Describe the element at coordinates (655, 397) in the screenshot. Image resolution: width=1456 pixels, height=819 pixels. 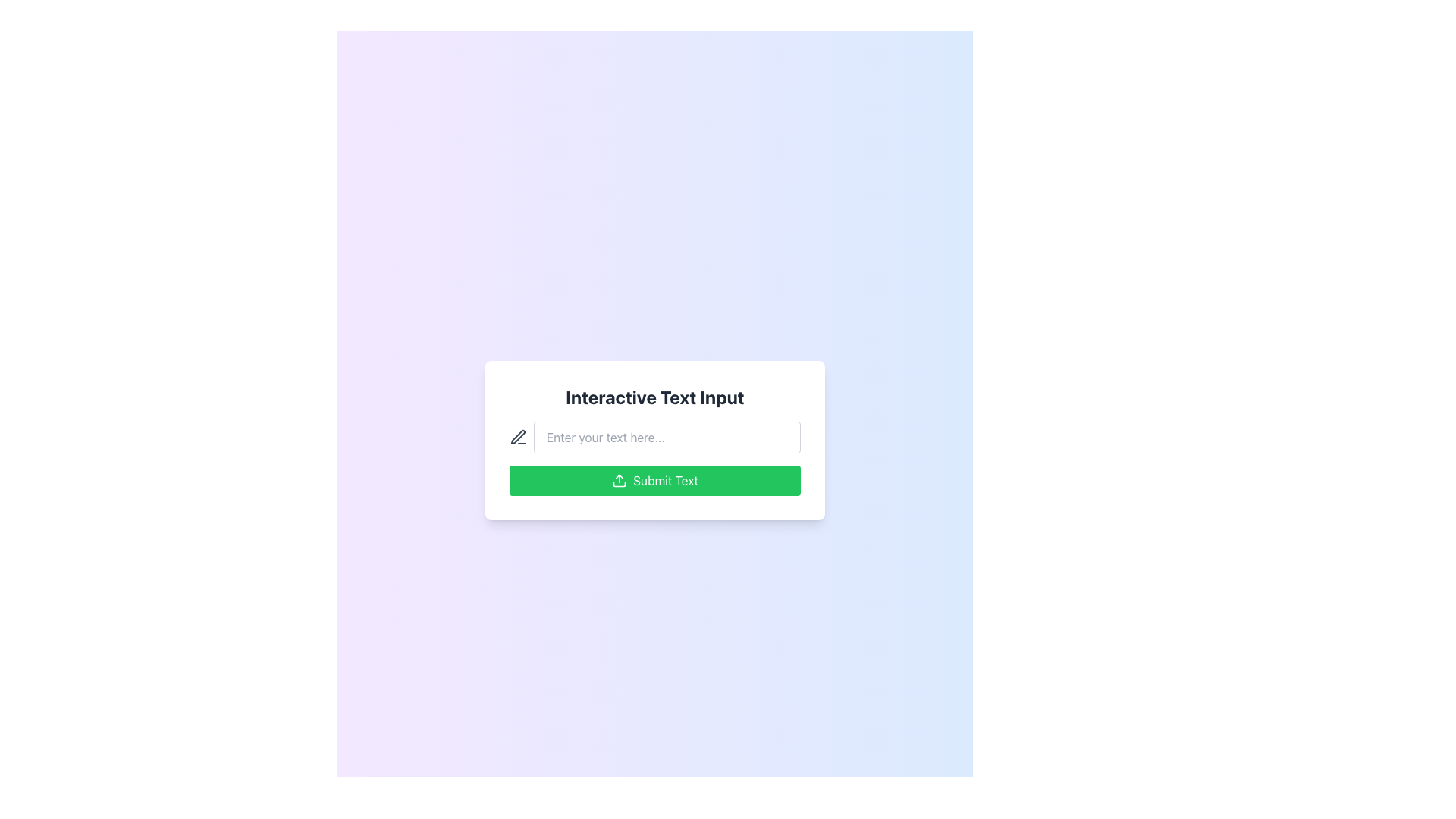
I see `text label displaying 'Interactive Text Input', which is a prominent header in bold font at the top center of the interface card` at that location.